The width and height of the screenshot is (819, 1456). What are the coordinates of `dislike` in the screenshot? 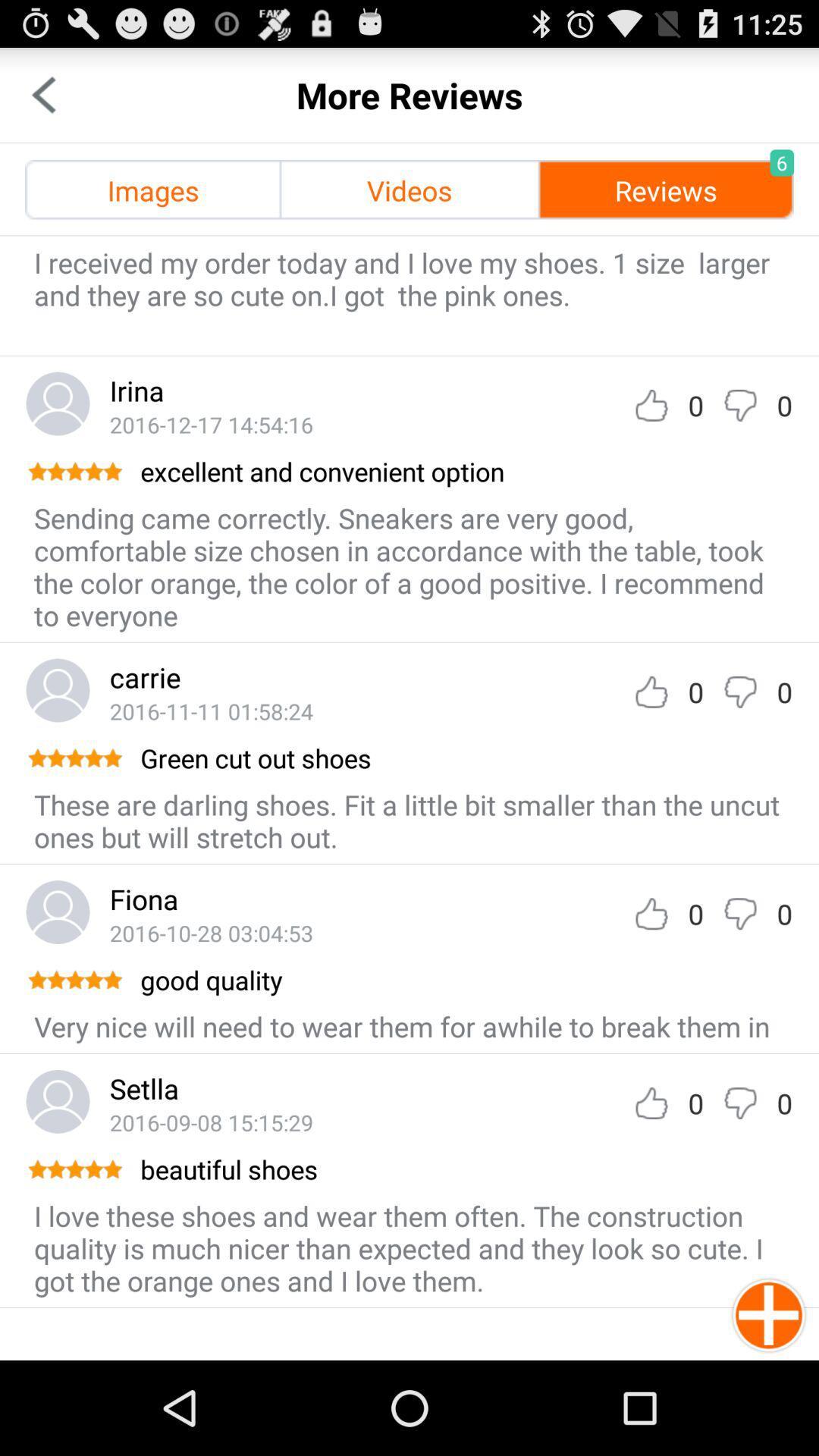 It's located at (739, 405).